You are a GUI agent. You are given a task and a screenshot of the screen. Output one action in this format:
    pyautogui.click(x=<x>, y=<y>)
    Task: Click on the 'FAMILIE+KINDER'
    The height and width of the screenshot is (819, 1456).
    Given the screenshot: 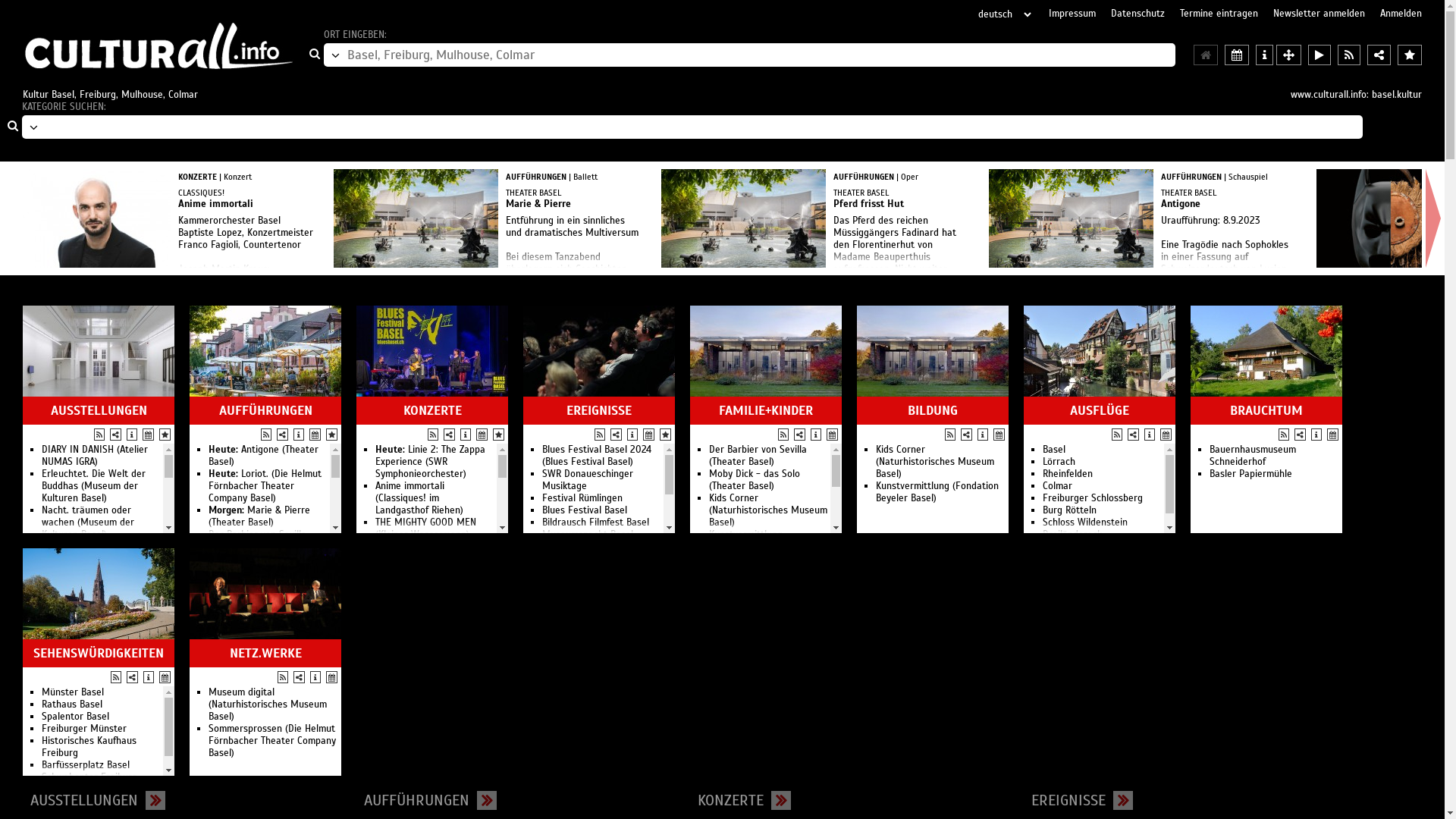 What is the action you would take?
    pyautogui.click(x=693, y=410)
    